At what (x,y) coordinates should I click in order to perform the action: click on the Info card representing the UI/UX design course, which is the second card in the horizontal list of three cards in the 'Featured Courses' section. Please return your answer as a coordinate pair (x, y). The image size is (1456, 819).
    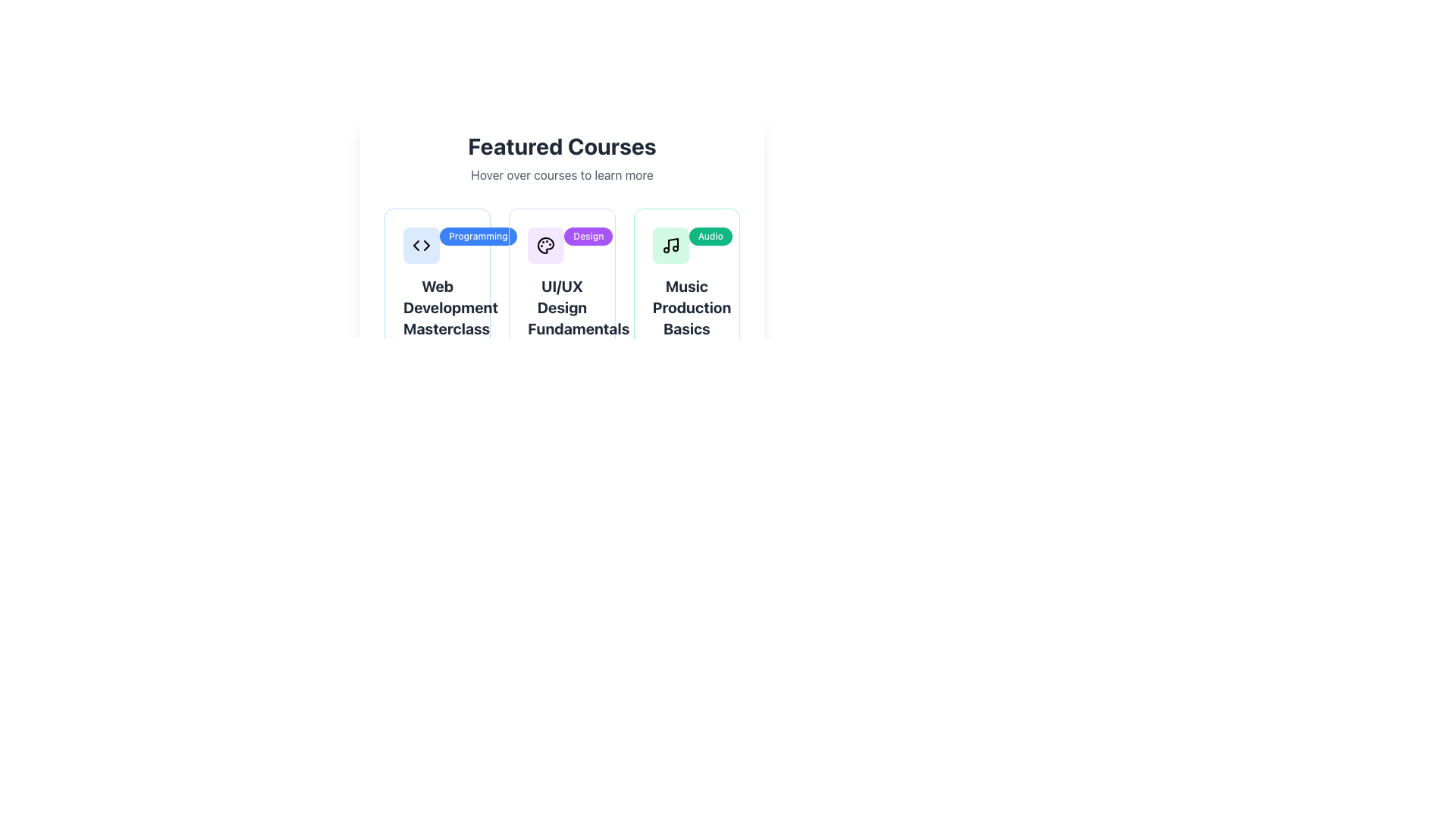
    Looking at the image, I should click on (561, 322).